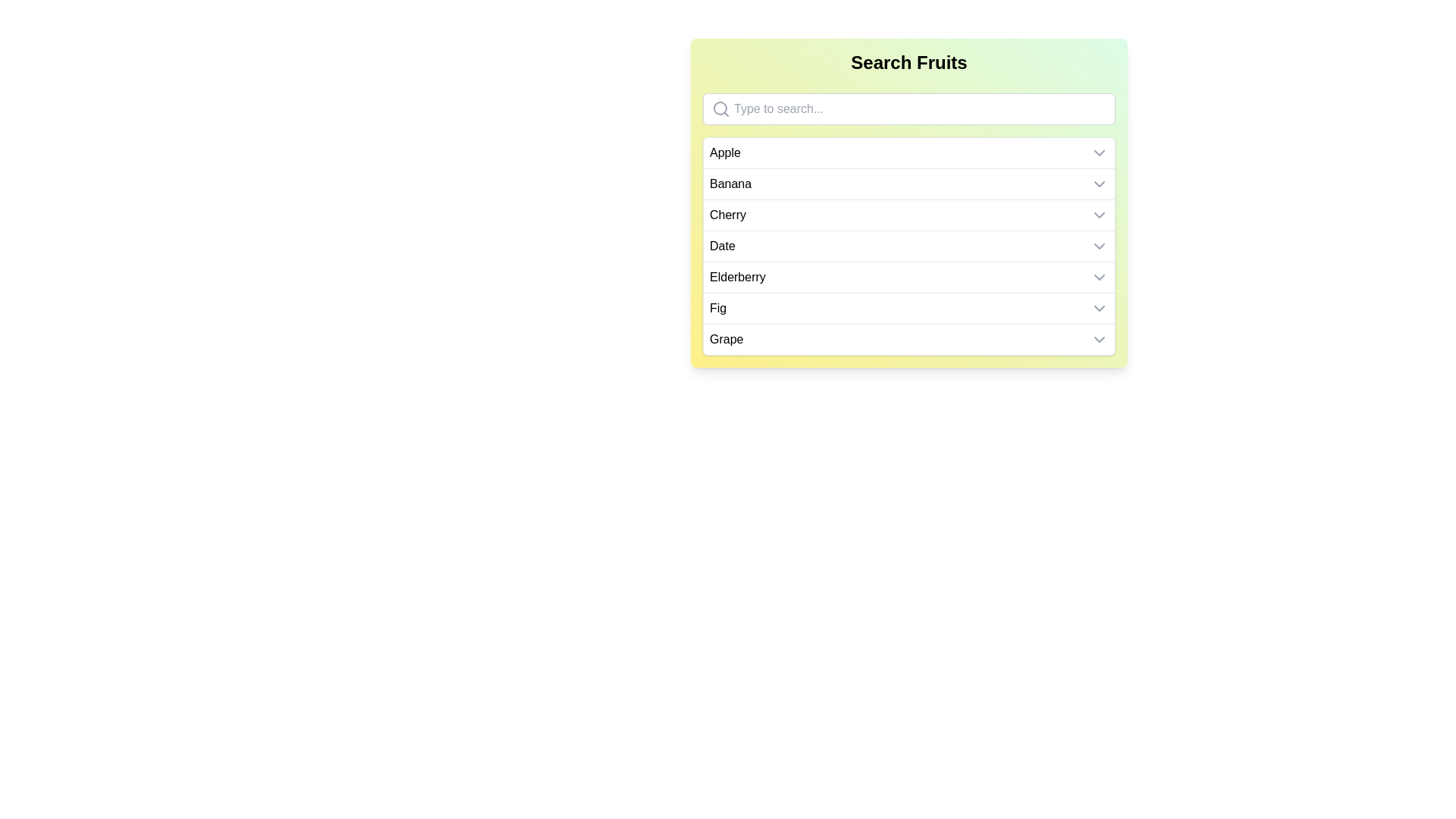 The width and height of the screenshot is (1456, 819). I want to click on the dropdown arrow of the List with Search Bar located at the center of the interface, so click(909, 202).